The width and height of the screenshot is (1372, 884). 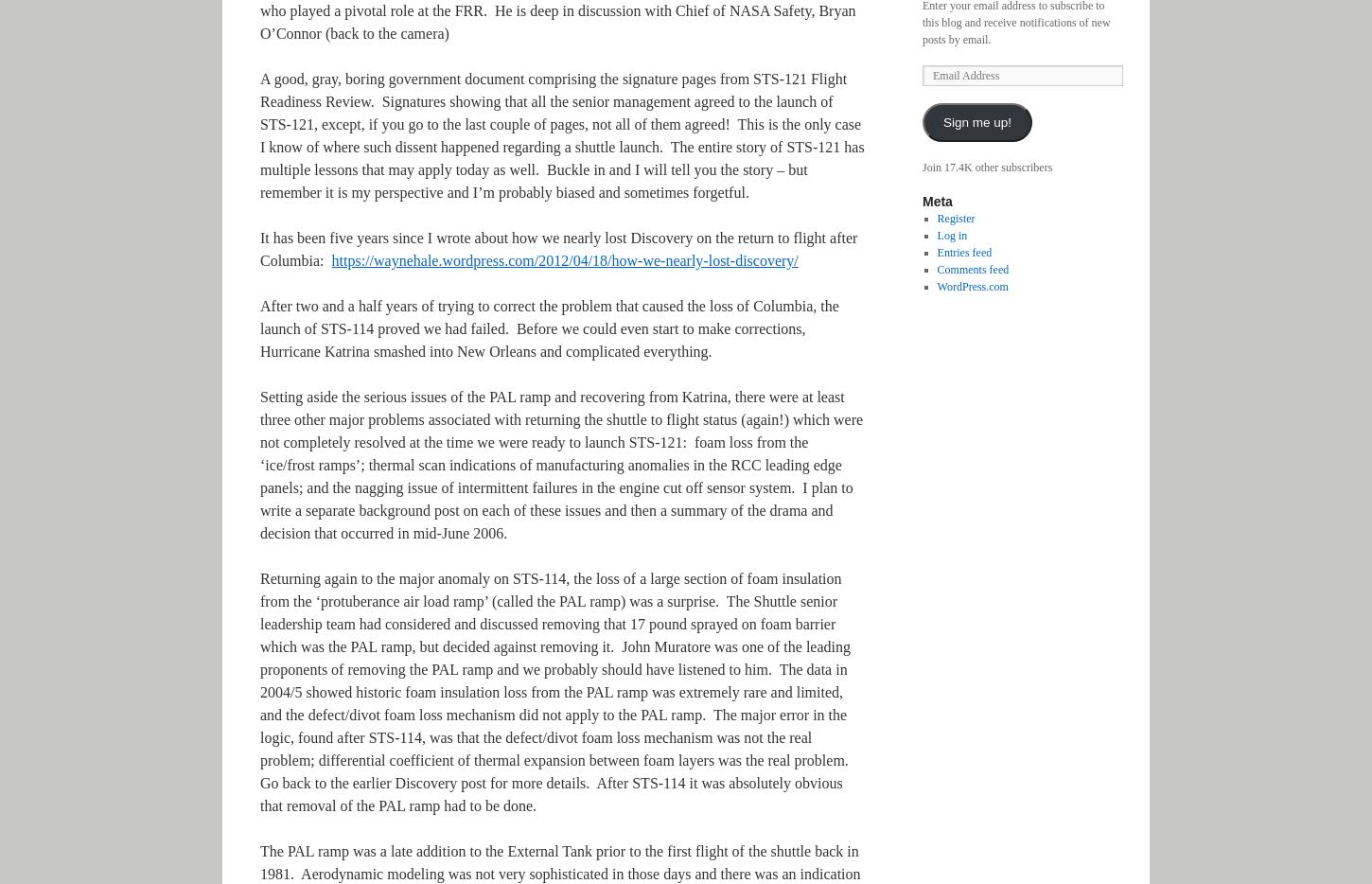 What do you see at coordinates (956, 217) in the screenshot?
I see `'Register'` at bounding box center [956, 217].